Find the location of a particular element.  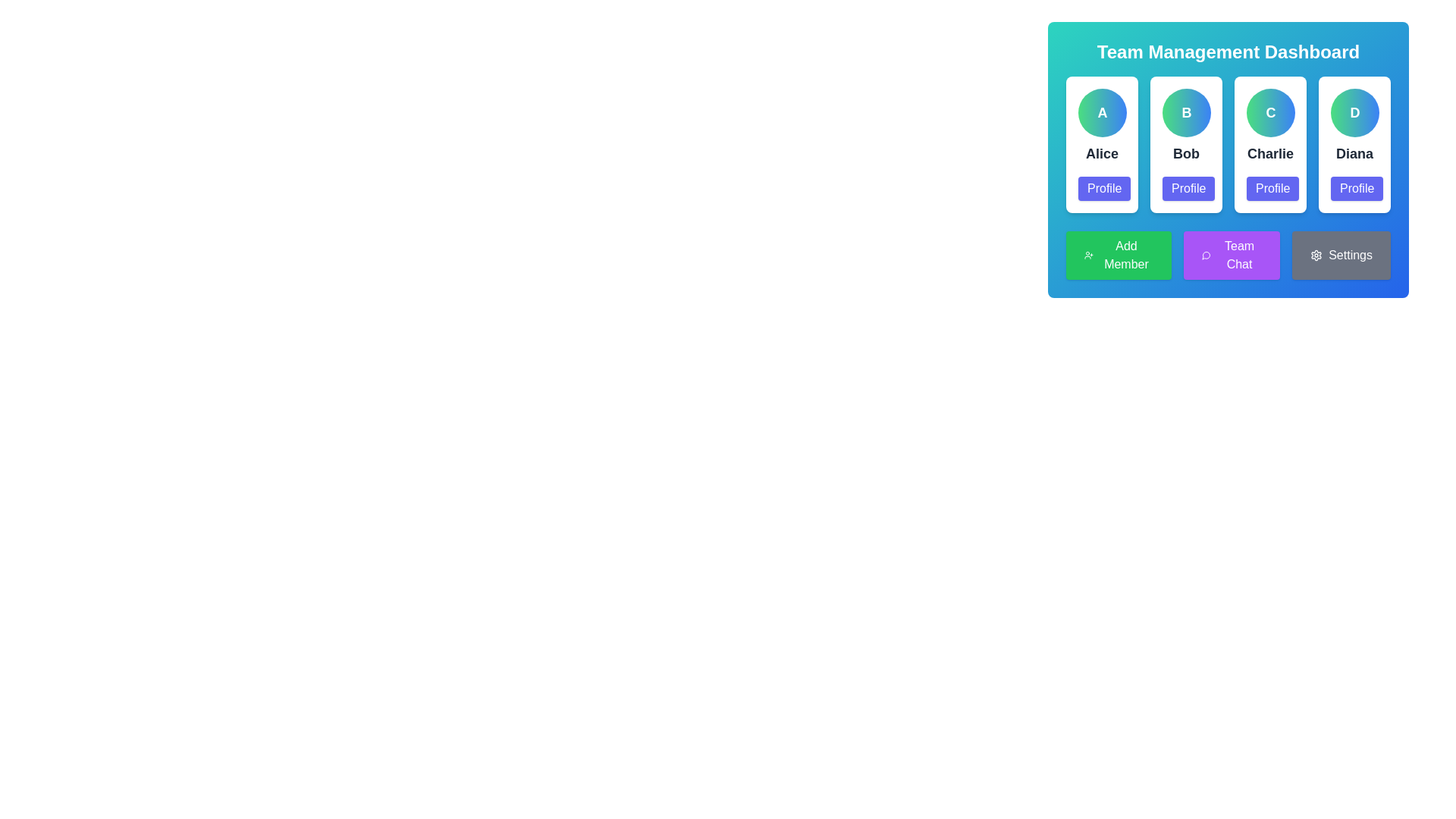

the user profile display for 'Alice' is located at coordinates (1102, 145).